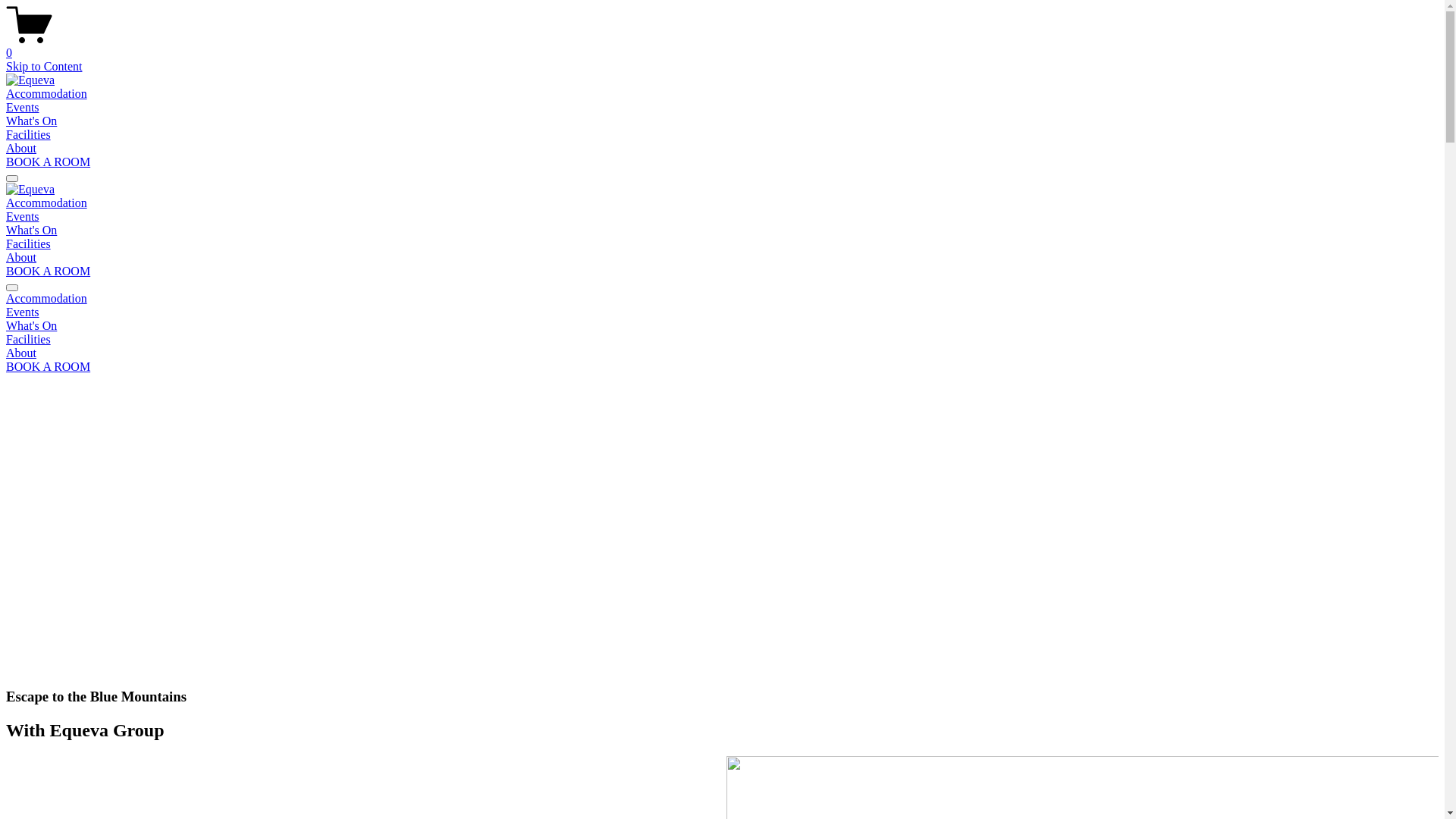 This screenshot has width=1456, height=819. Describe the element at coordinates (46, 202) in the screenshot. I see `'Accommodation'` at that location.